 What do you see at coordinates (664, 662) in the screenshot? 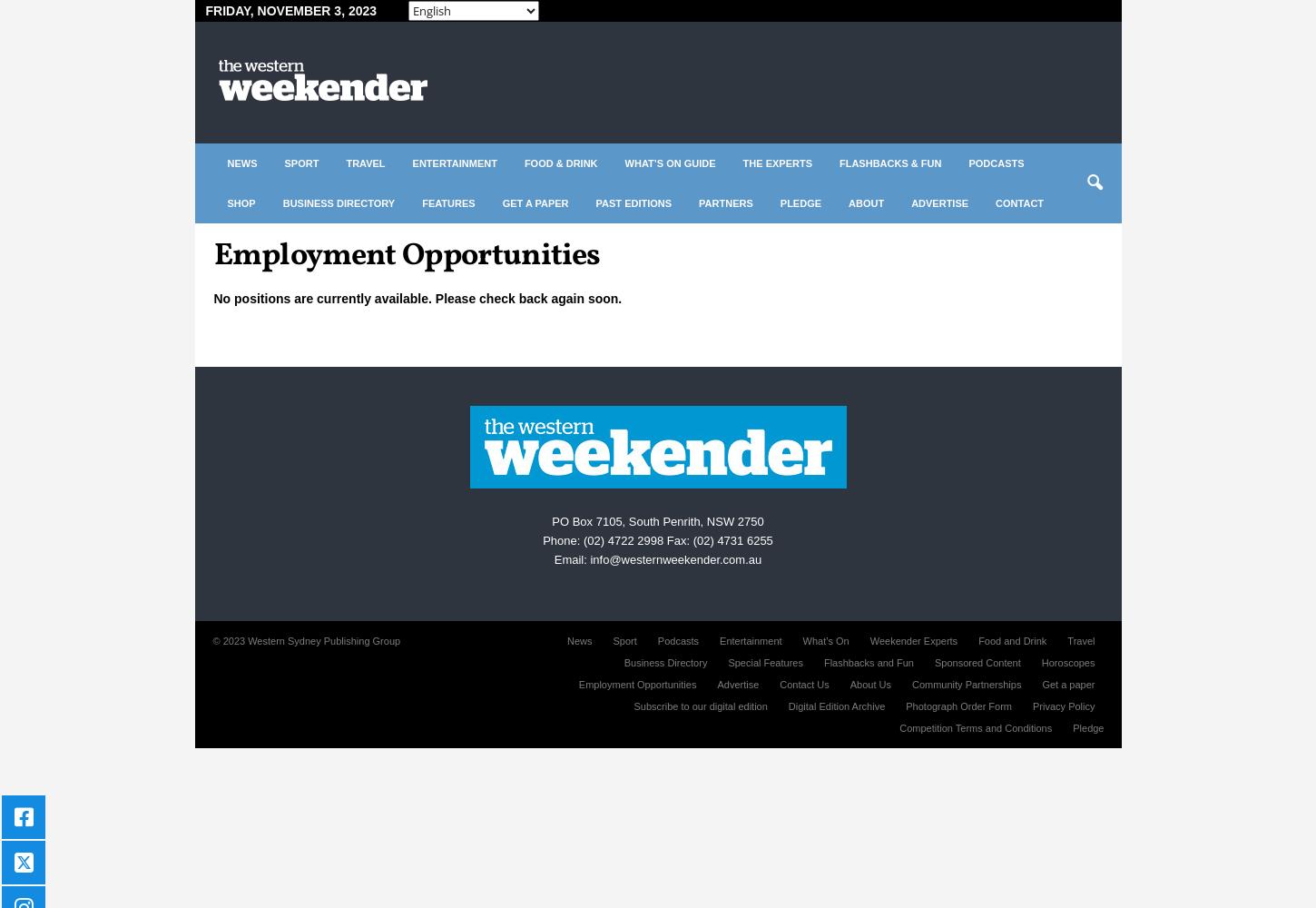
I see `'Business Directory'` at bounding box center [664, 662].